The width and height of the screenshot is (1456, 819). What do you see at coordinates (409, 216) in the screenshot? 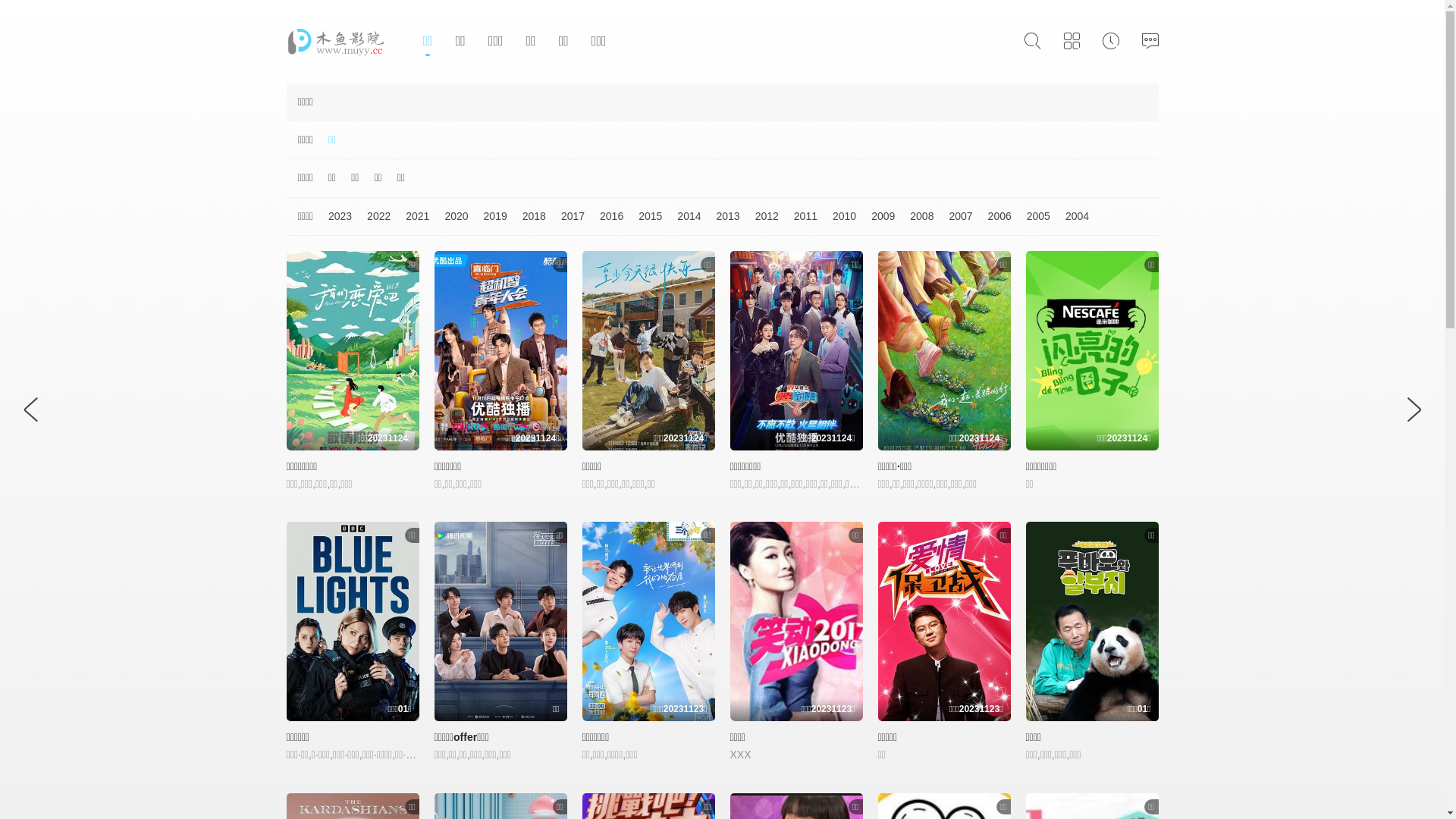
I see `'2021'` at bounding box center [409, 216].